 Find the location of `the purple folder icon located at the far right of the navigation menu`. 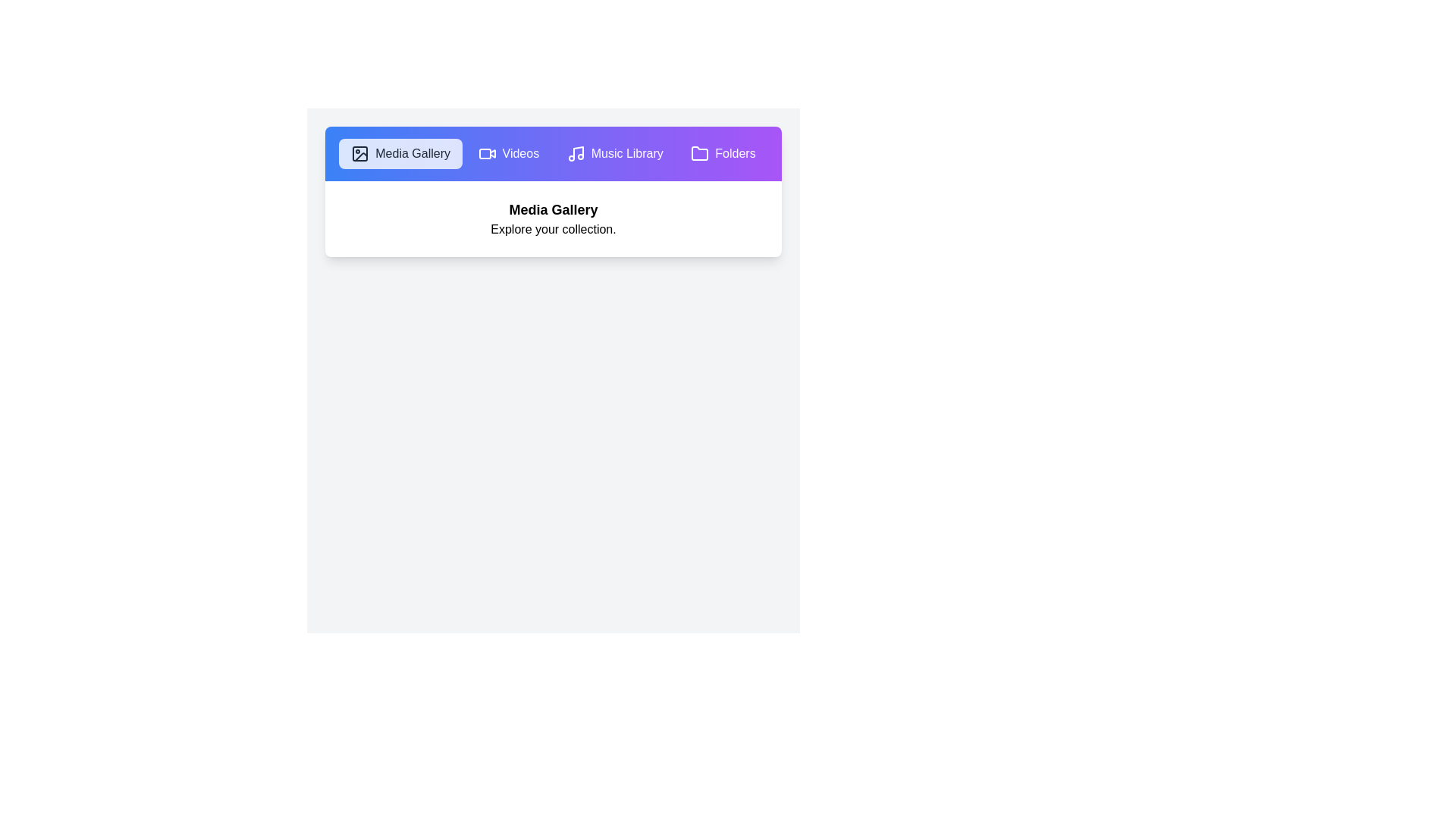

the purple folder icon located at the far right of the navigation menu is located at coordinates (699, 153).